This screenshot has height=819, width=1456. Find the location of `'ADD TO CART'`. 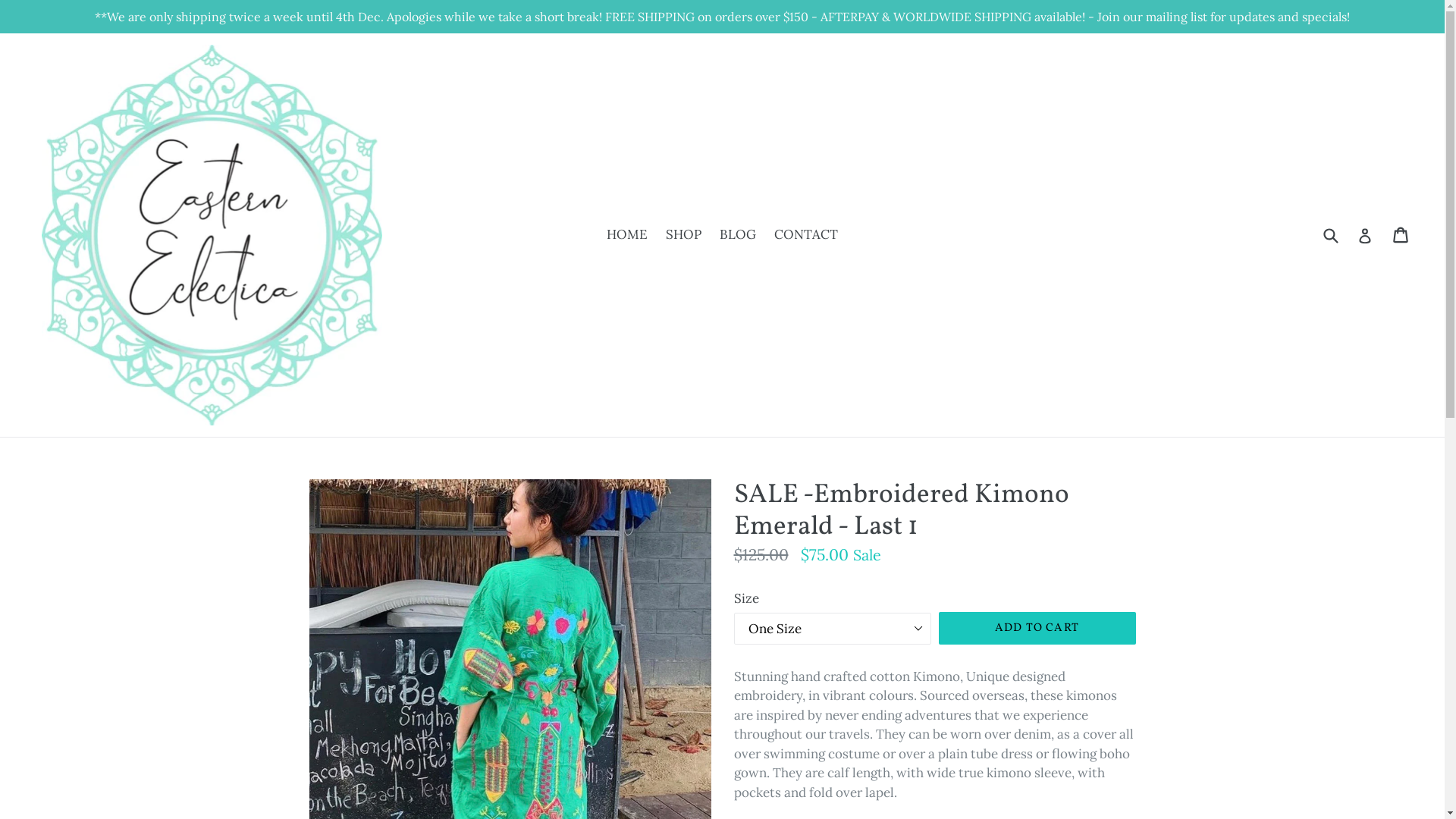

'ADD TO CART' is located at coordinates (1037, 628).